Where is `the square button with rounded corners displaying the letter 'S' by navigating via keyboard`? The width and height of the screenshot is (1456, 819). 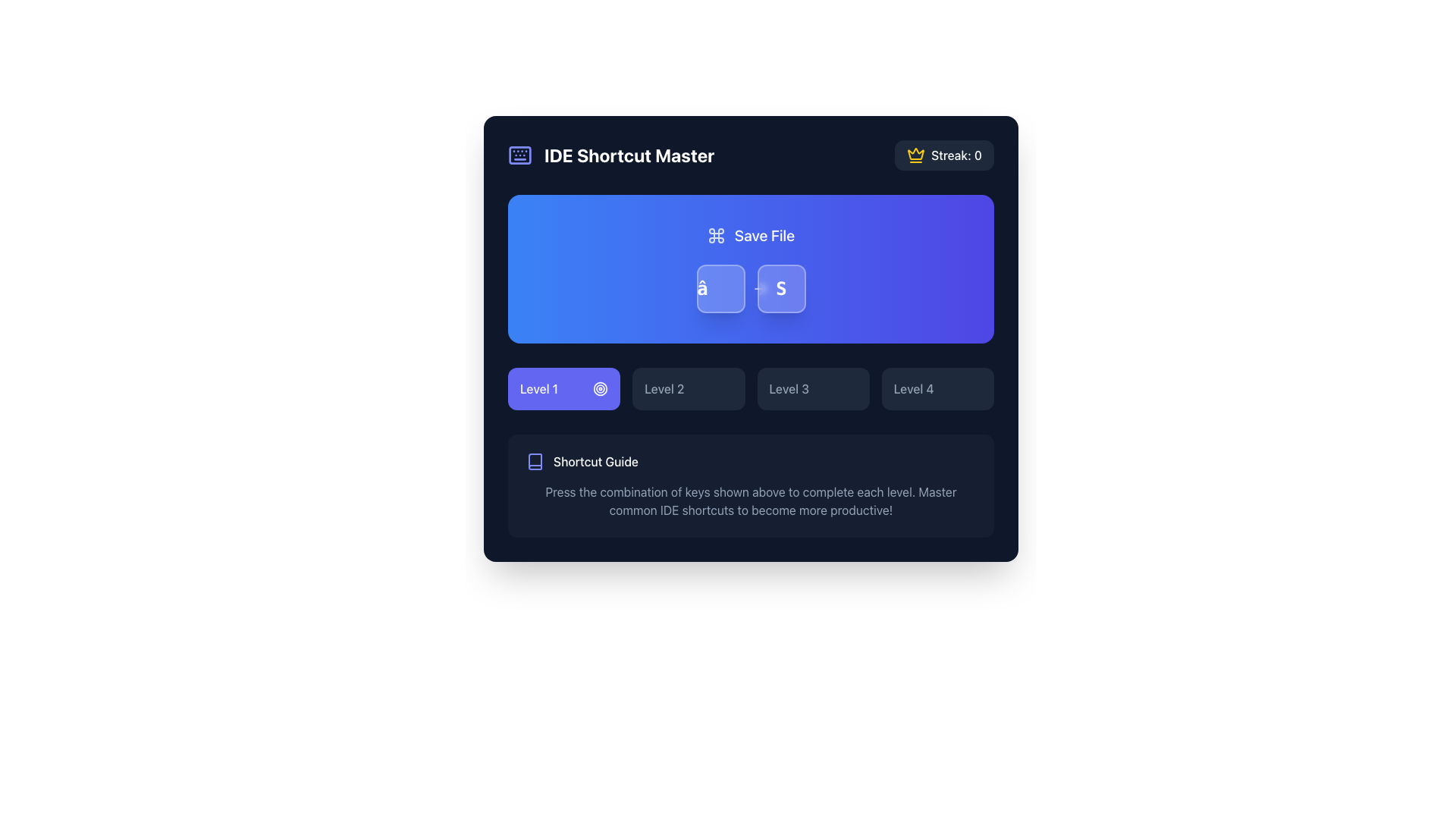
the square button with rounded corners displaying the letter 'S' by navigating via keyboard is located at coordinates (781, 289).